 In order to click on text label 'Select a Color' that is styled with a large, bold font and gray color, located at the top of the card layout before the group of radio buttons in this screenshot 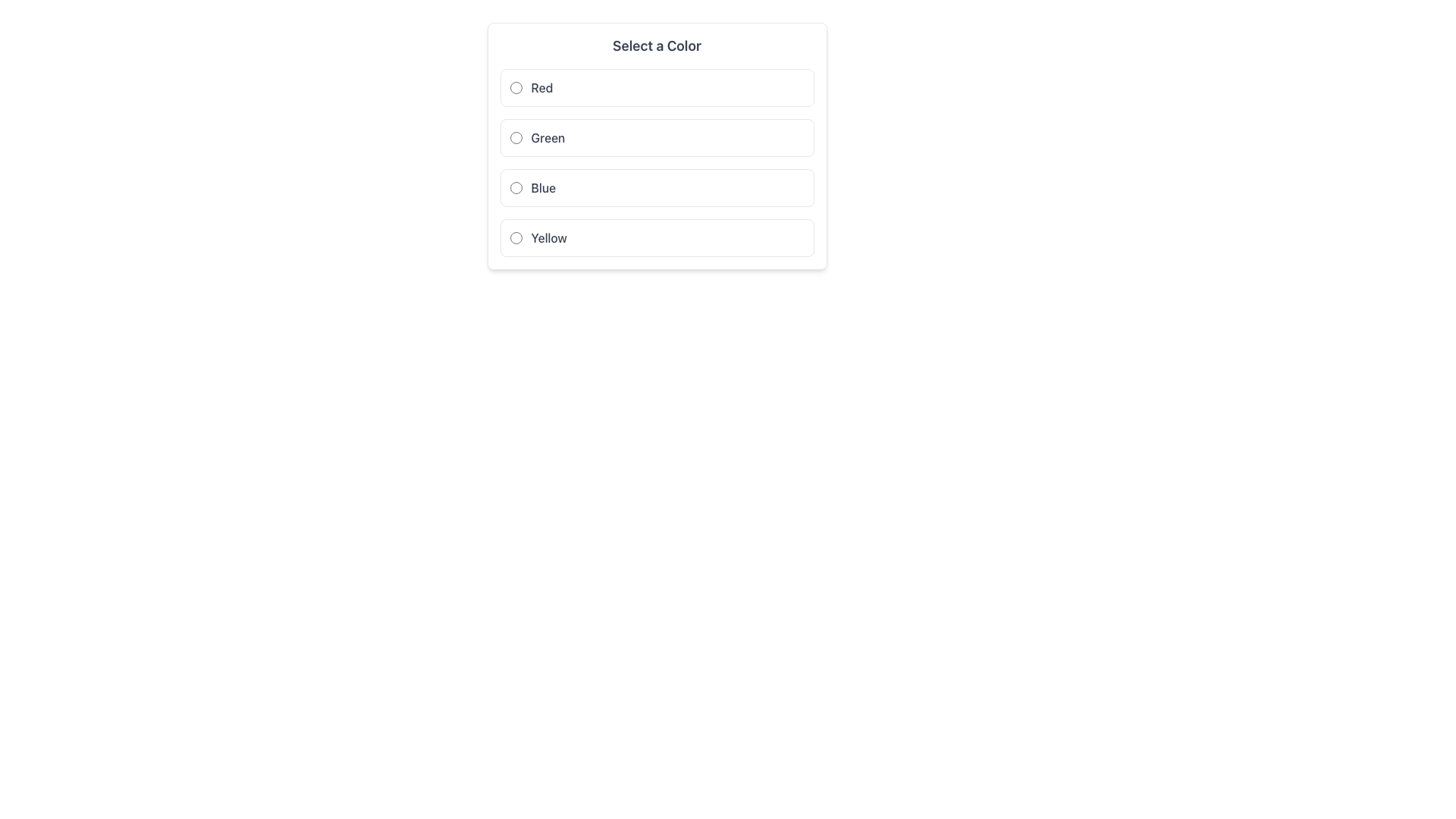, I will do `click(657, 45)`.